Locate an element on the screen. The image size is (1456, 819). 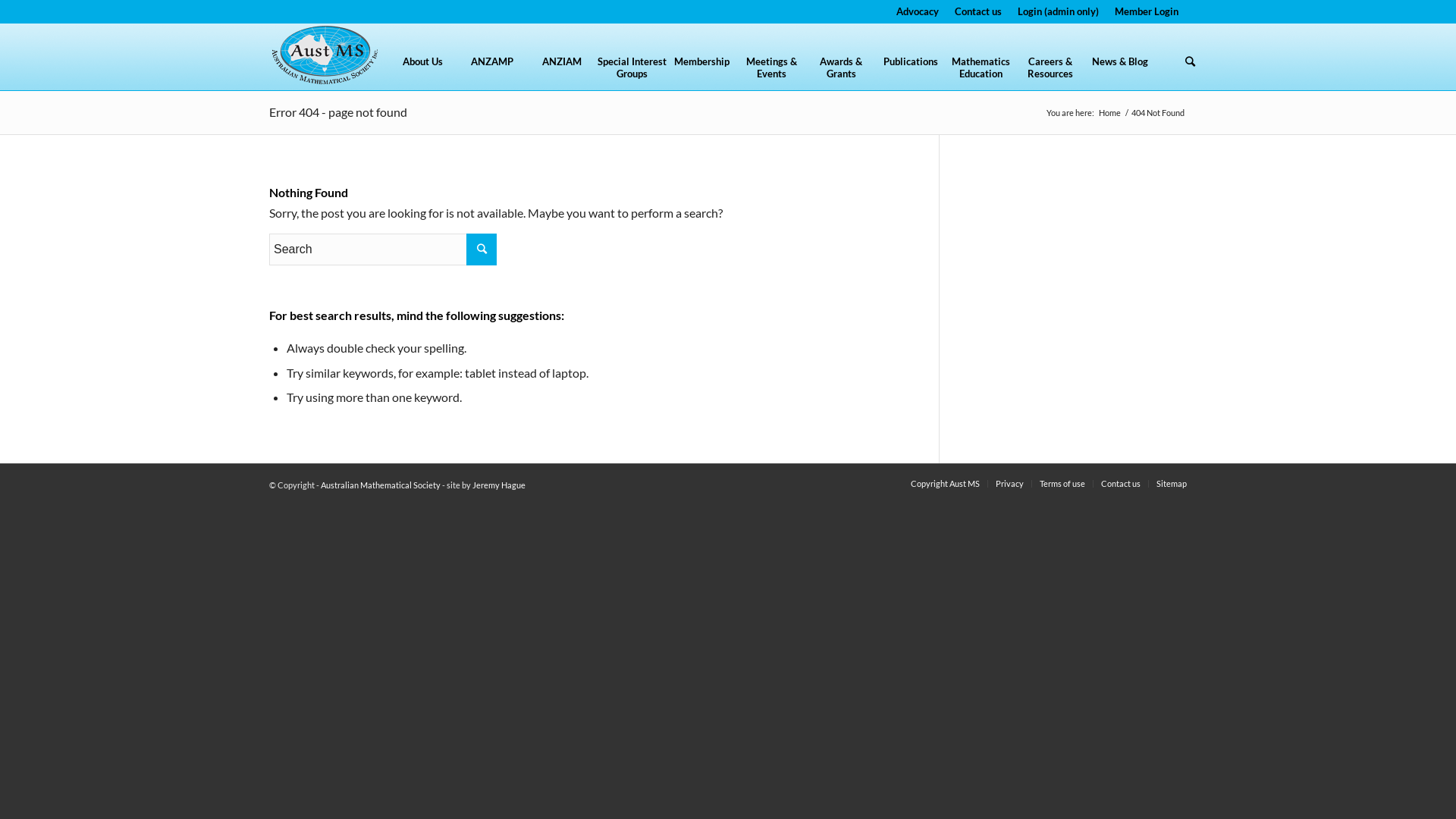
'Contact us' is located at coordinates (1121, 483).